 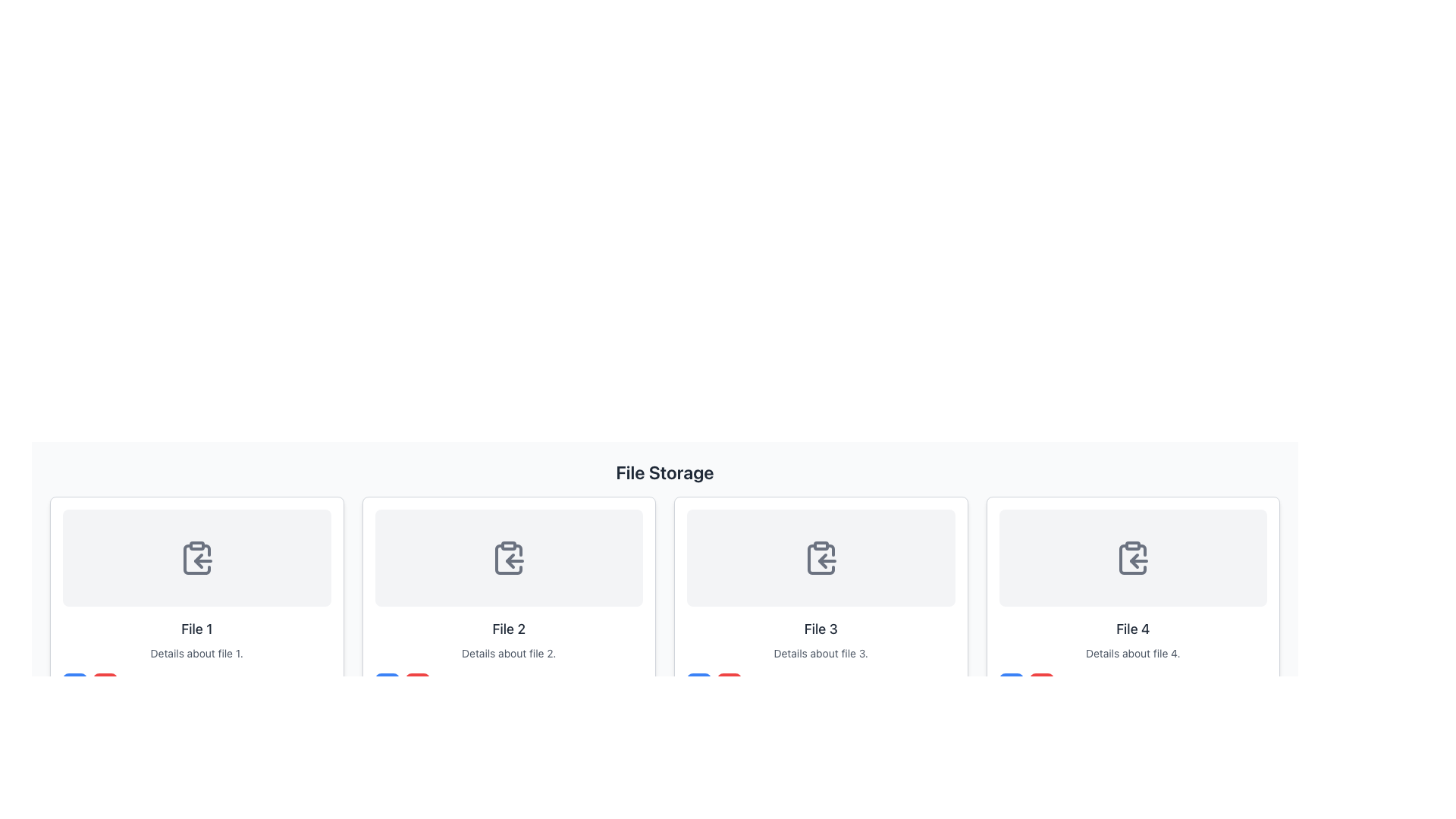 What do you see at coordinates (1133, 546) in the screenshot?
I see `the graphical icon segment of the clipboard icon in the fourth card of the user interface` at bounding box center [1133, 546].